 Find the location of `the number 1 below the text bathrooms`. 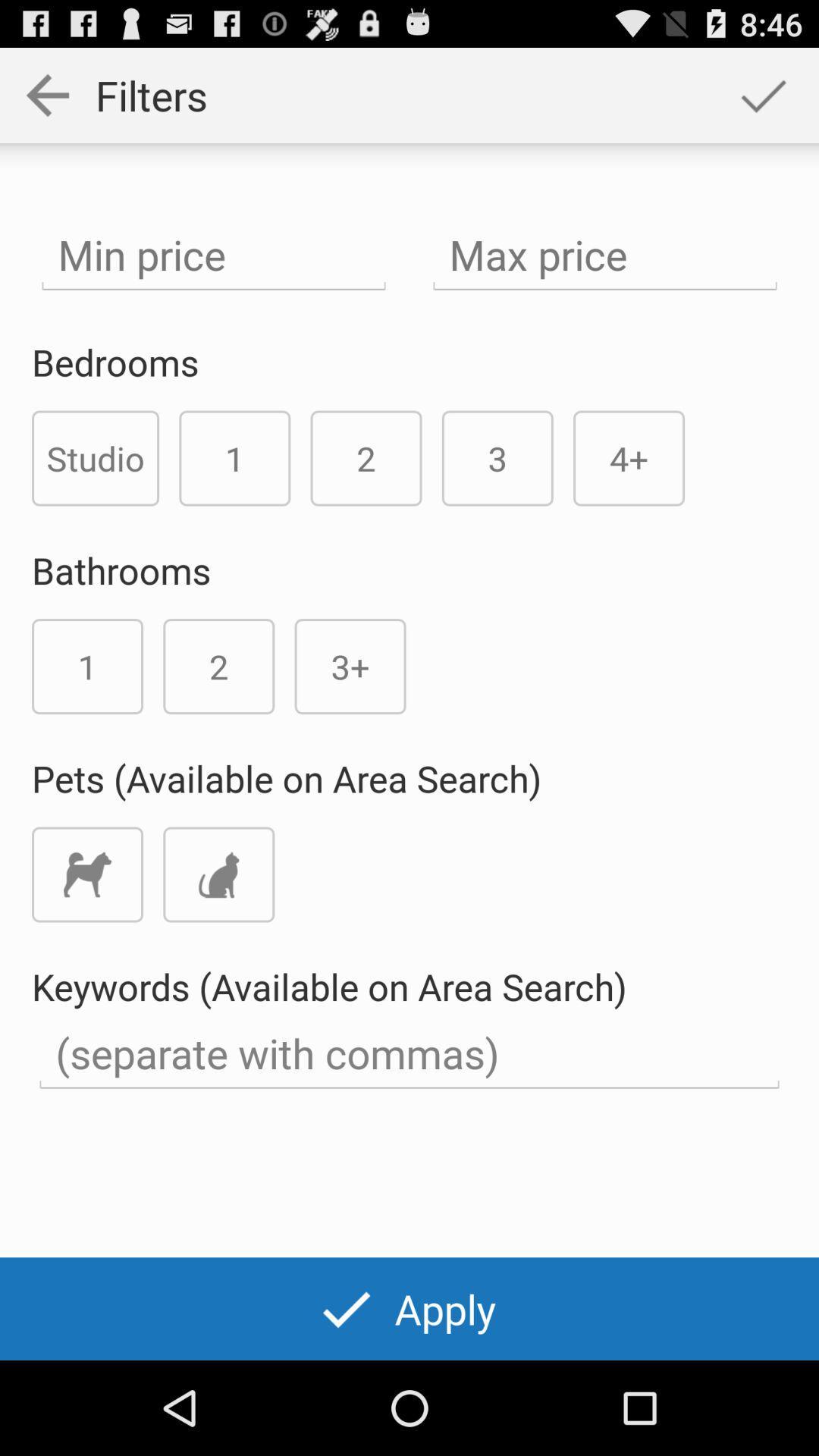

the number 1 below the text bathrooms is located at coordinates (87, 666).